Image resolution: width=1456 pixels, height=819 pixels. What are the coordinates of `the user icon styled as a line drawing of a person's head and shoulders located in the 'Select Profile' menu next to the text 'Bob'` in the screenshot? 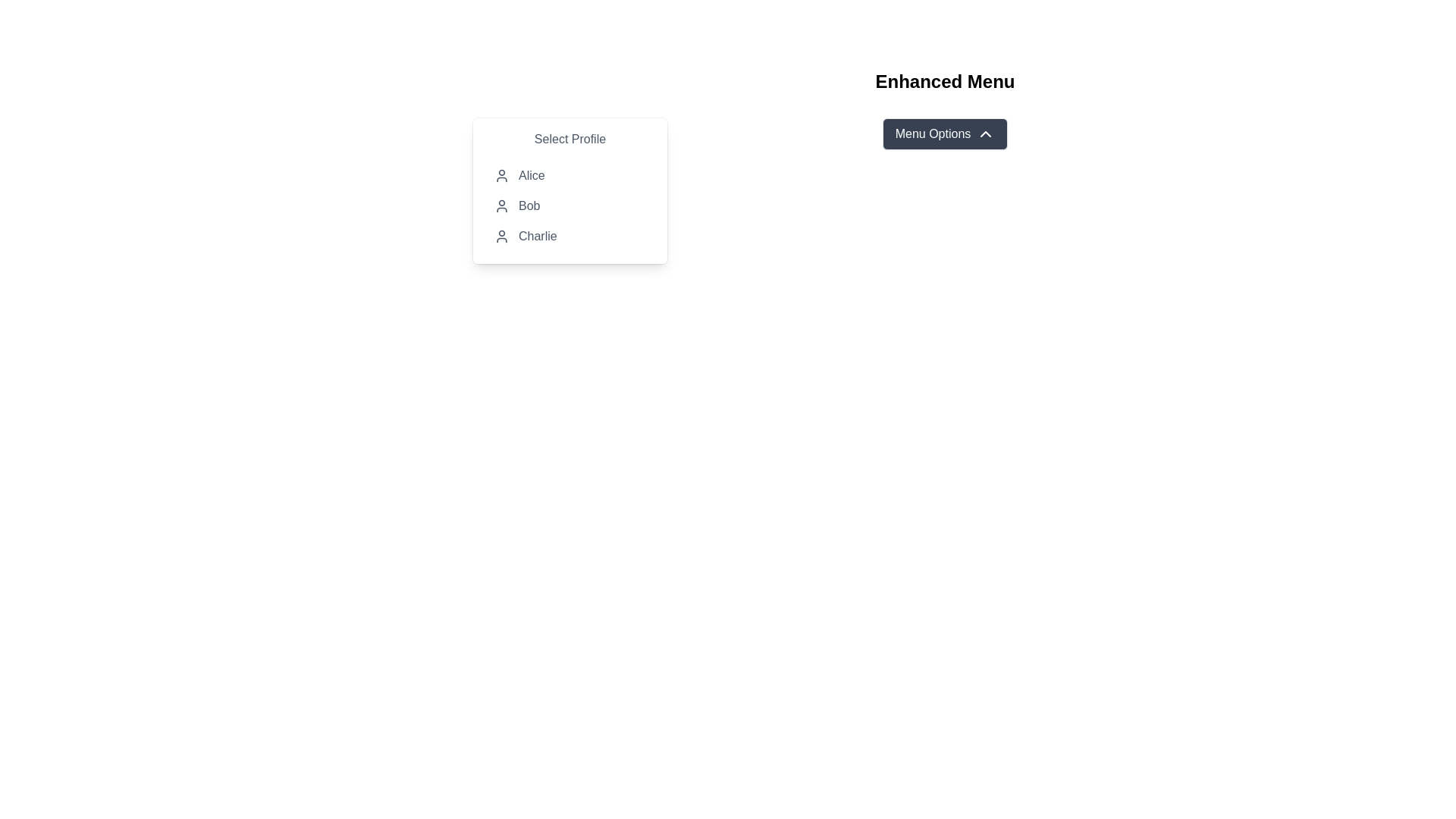 It's located at (502, 206).